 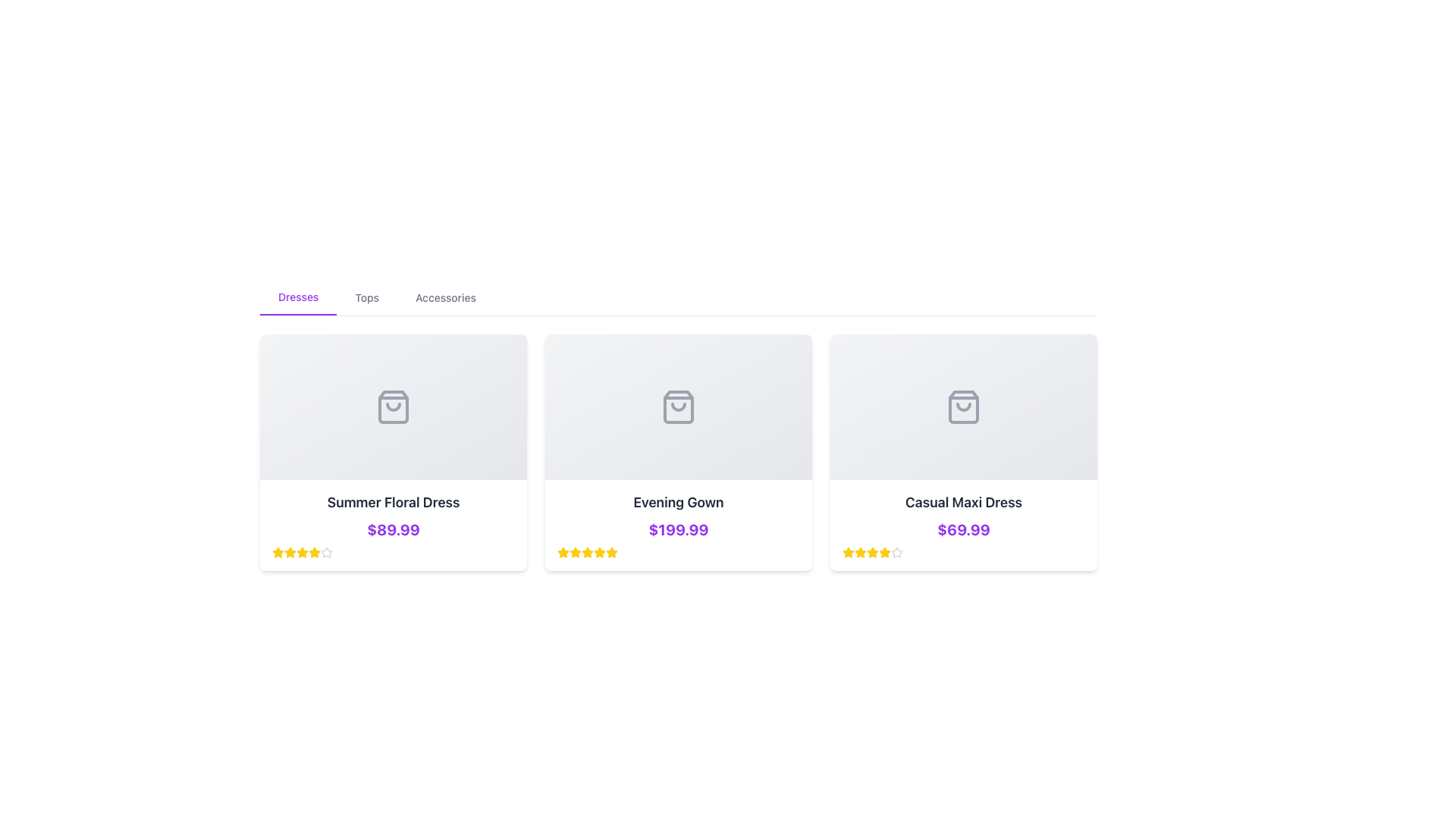 I want to click on the fourth star icon in the five-star rating system for the 'Casual Maxi Dress' product card, so click(x=847, y=552).